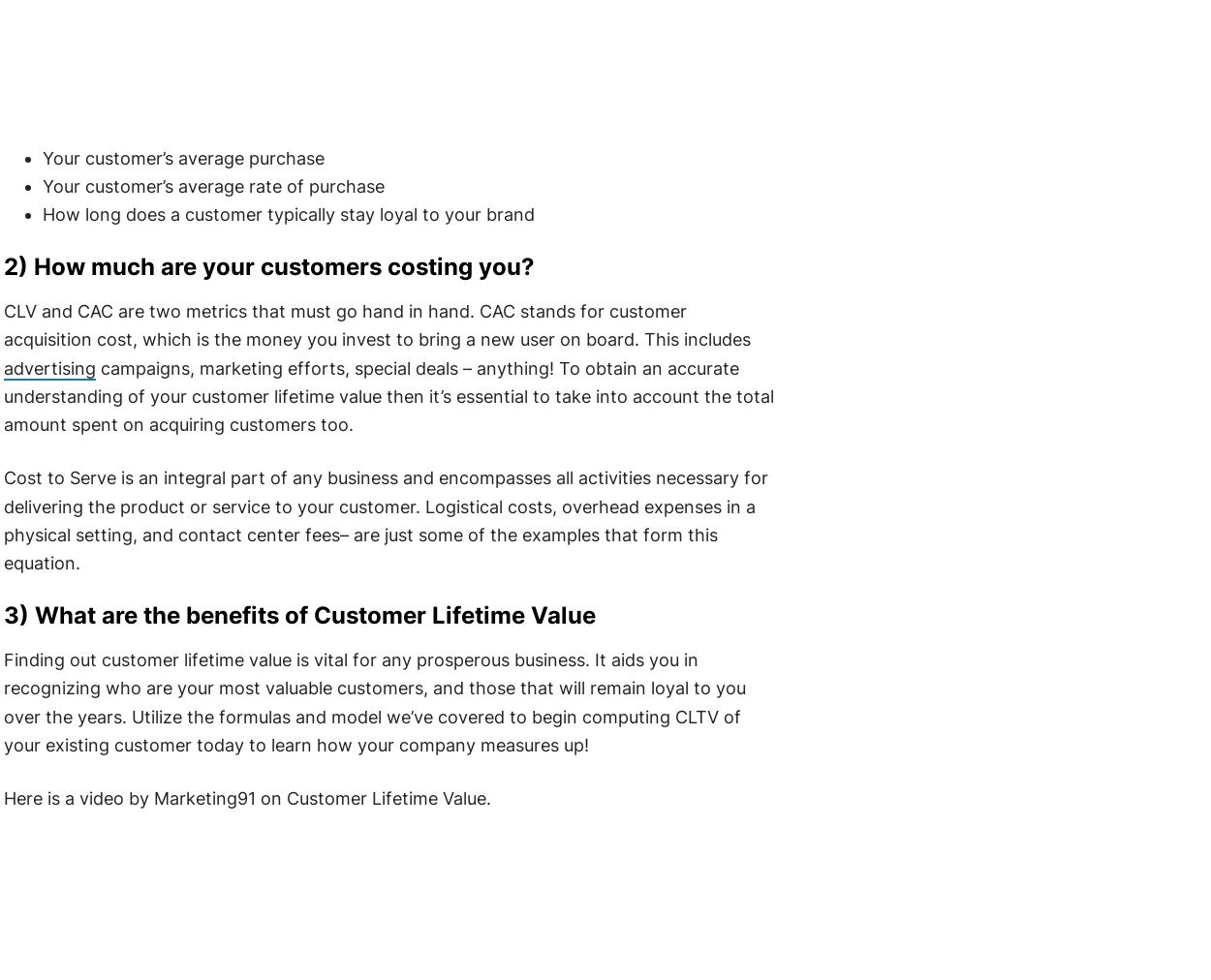  I want to click on 'CLV and CAC are two metrics that must go hand in hand. CAC stands for customer acquisition cost, which is the money you invest to bring a new user on board. This includes', so click(376, 323).